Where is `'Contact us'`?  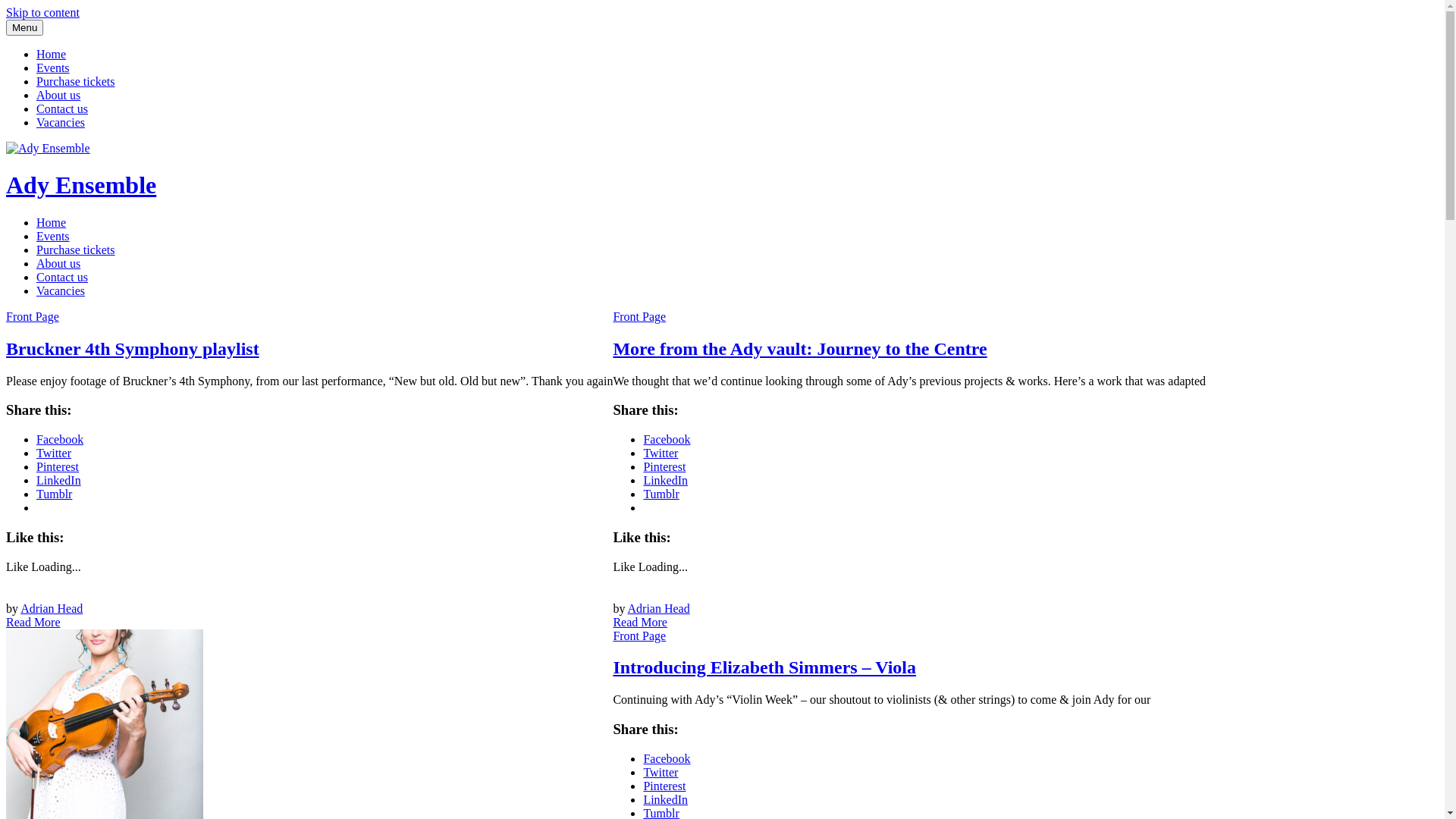 'Contact us' is located at coordinates (36, 277).